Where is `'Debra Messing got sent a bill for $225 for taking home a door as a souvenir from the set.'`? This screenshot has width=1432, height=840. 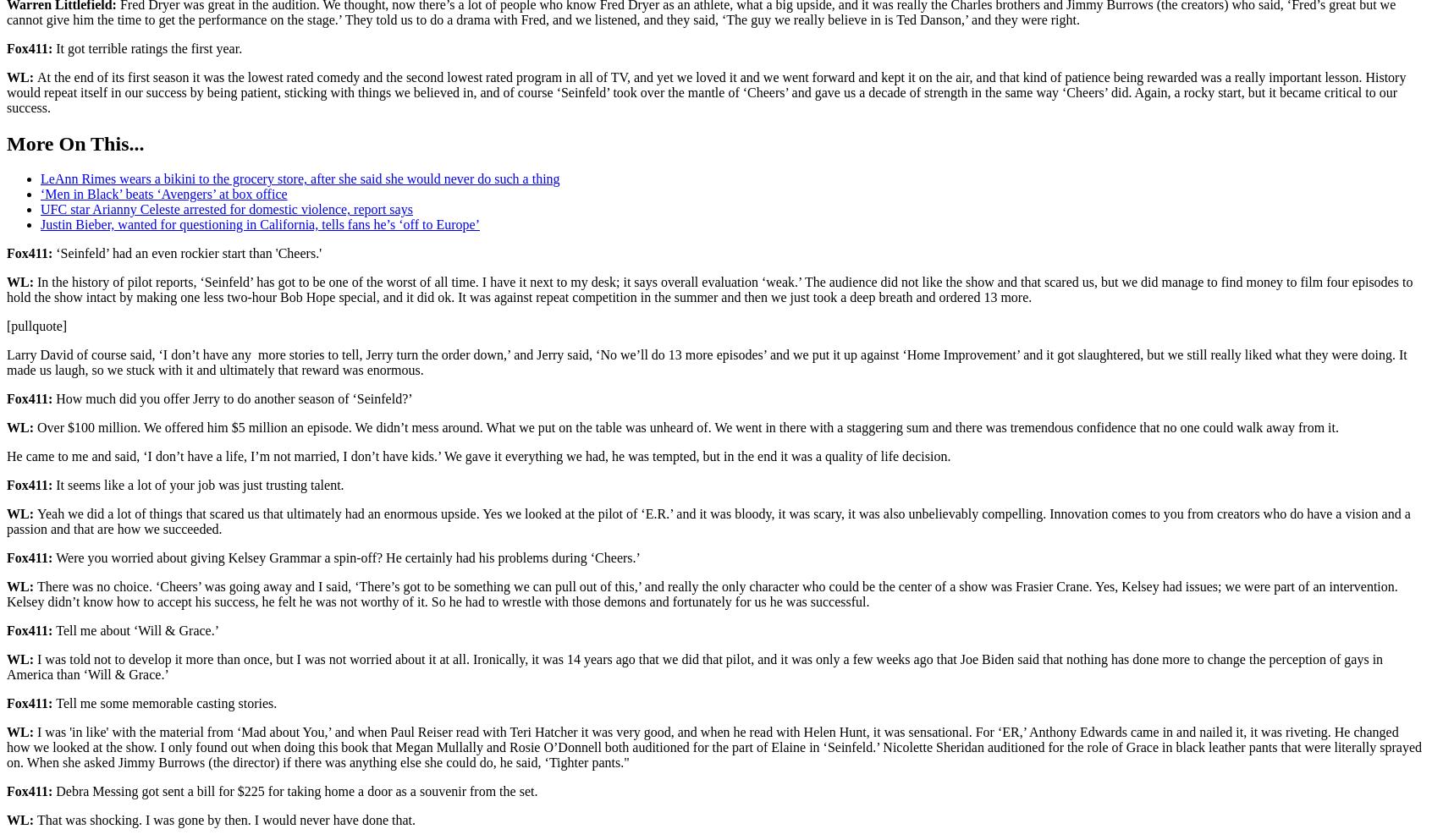 'Debra Messing got sent a bill for $225 for taking home a door as a souvenir from the set.' is located at coordinates (295, 790).